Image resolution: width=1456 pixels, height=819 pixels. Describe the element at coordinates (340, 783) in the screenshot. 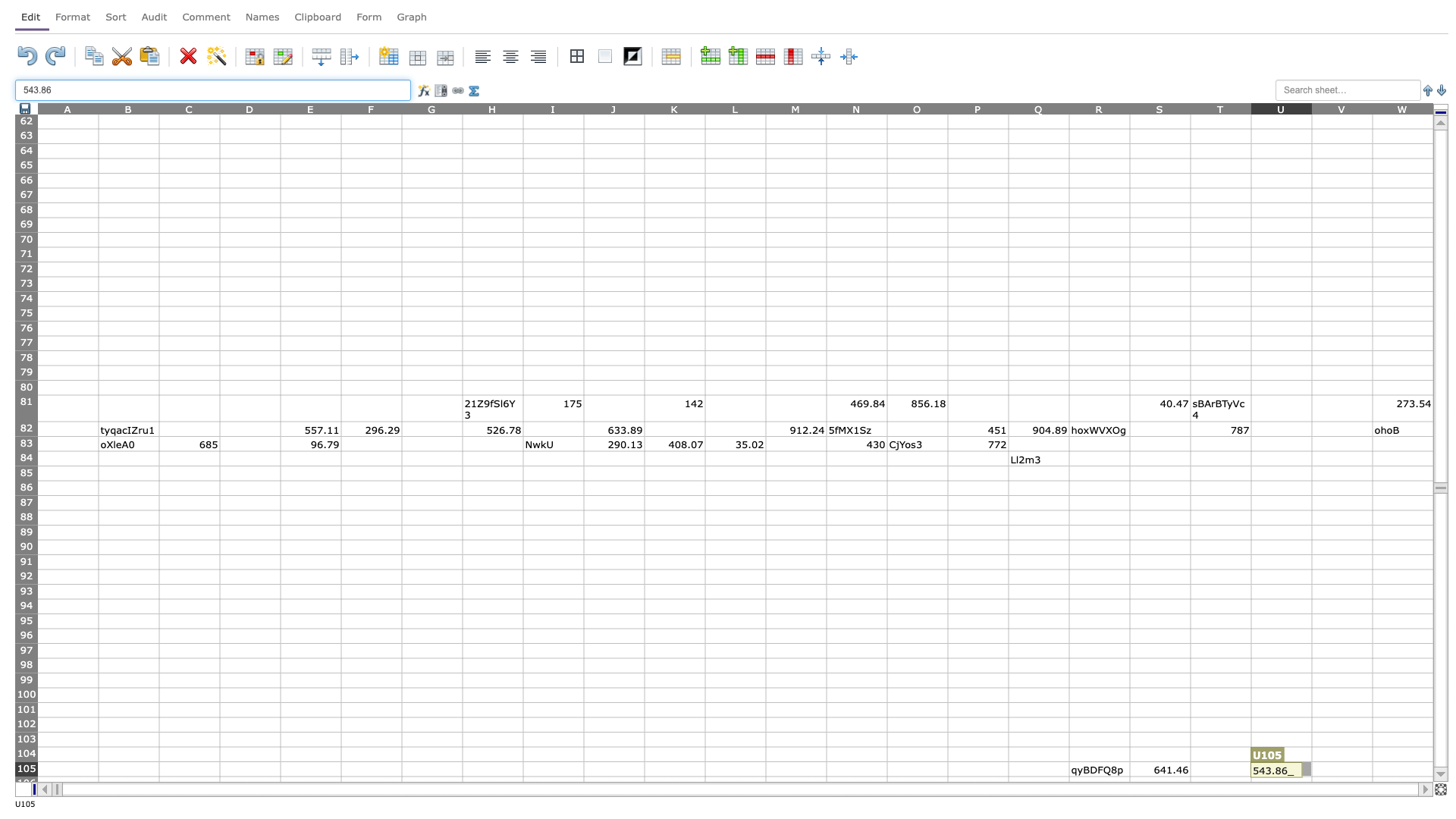

I see `Right border of cell E-106` at that location.